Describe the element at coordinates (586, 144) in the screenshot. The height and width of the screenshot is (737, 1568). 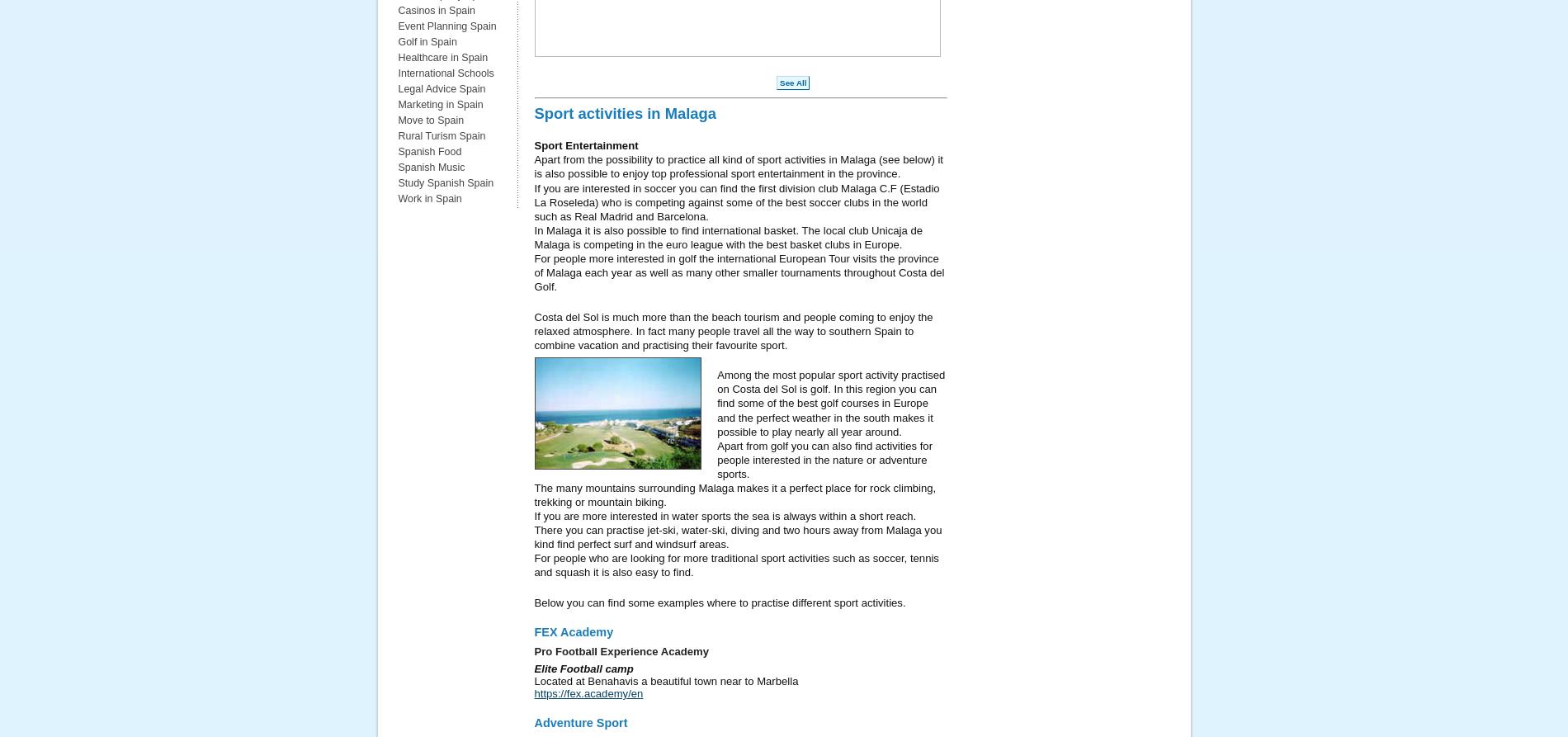
I see `'Sport Entertainment'` at that location.